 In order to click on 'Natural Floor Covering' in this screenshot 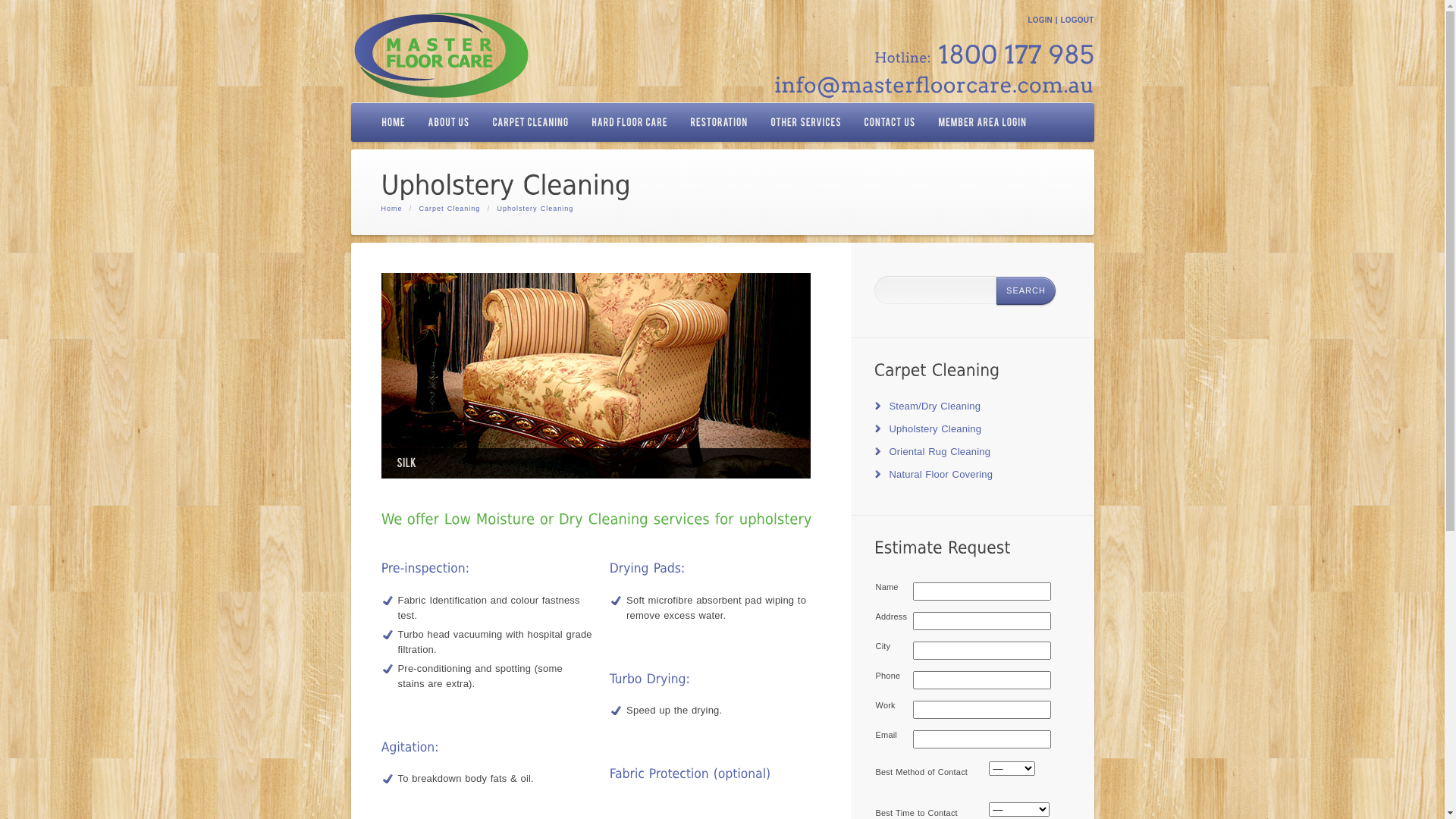, I will do `click(888, 473)`.